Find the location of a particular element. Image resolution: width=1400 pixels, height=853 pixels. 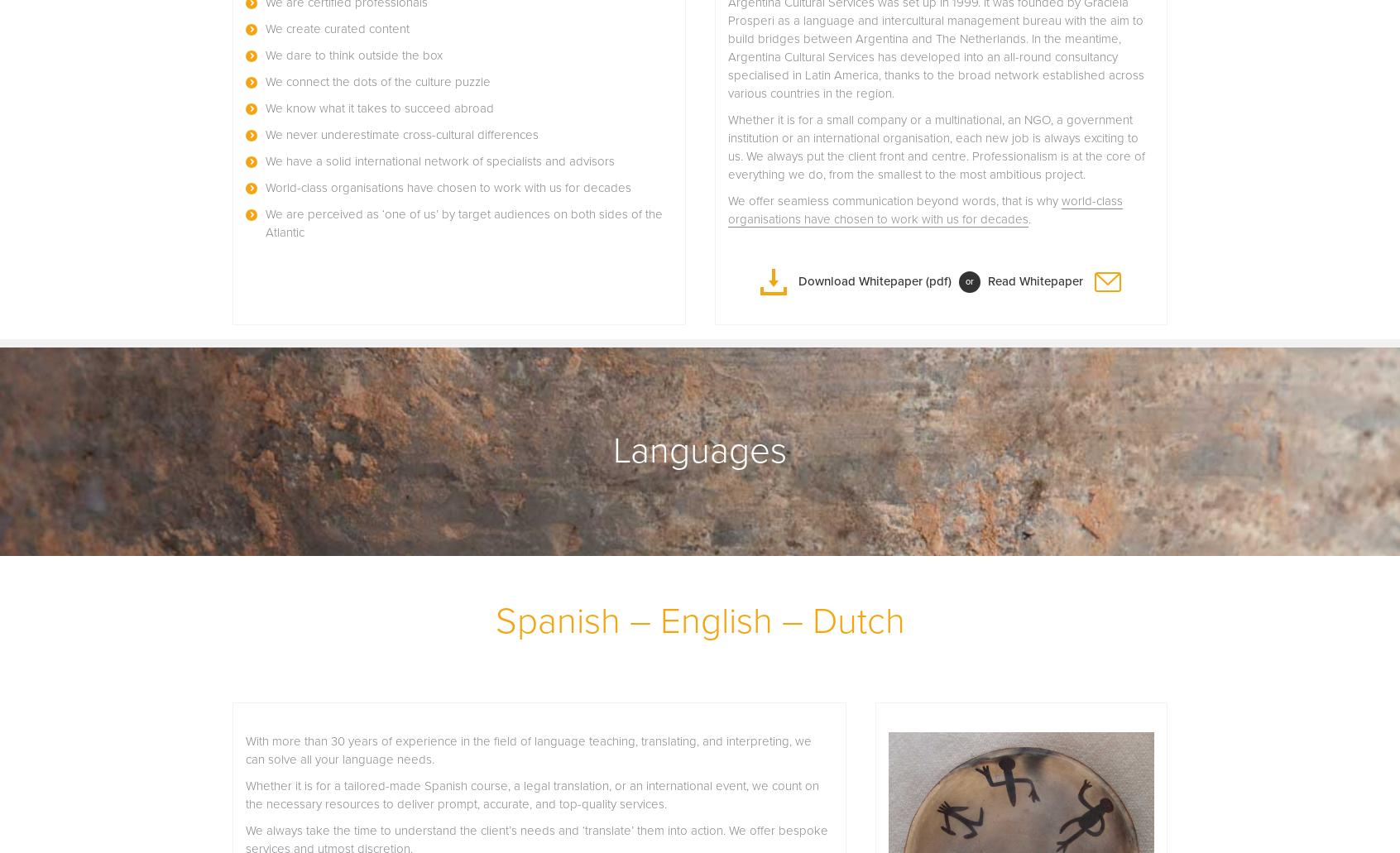

'With more than 30 years of experience in the field of language teaching, translating, and interpreting, we can solve all your language needs.' is located at coordinates (529, 750).